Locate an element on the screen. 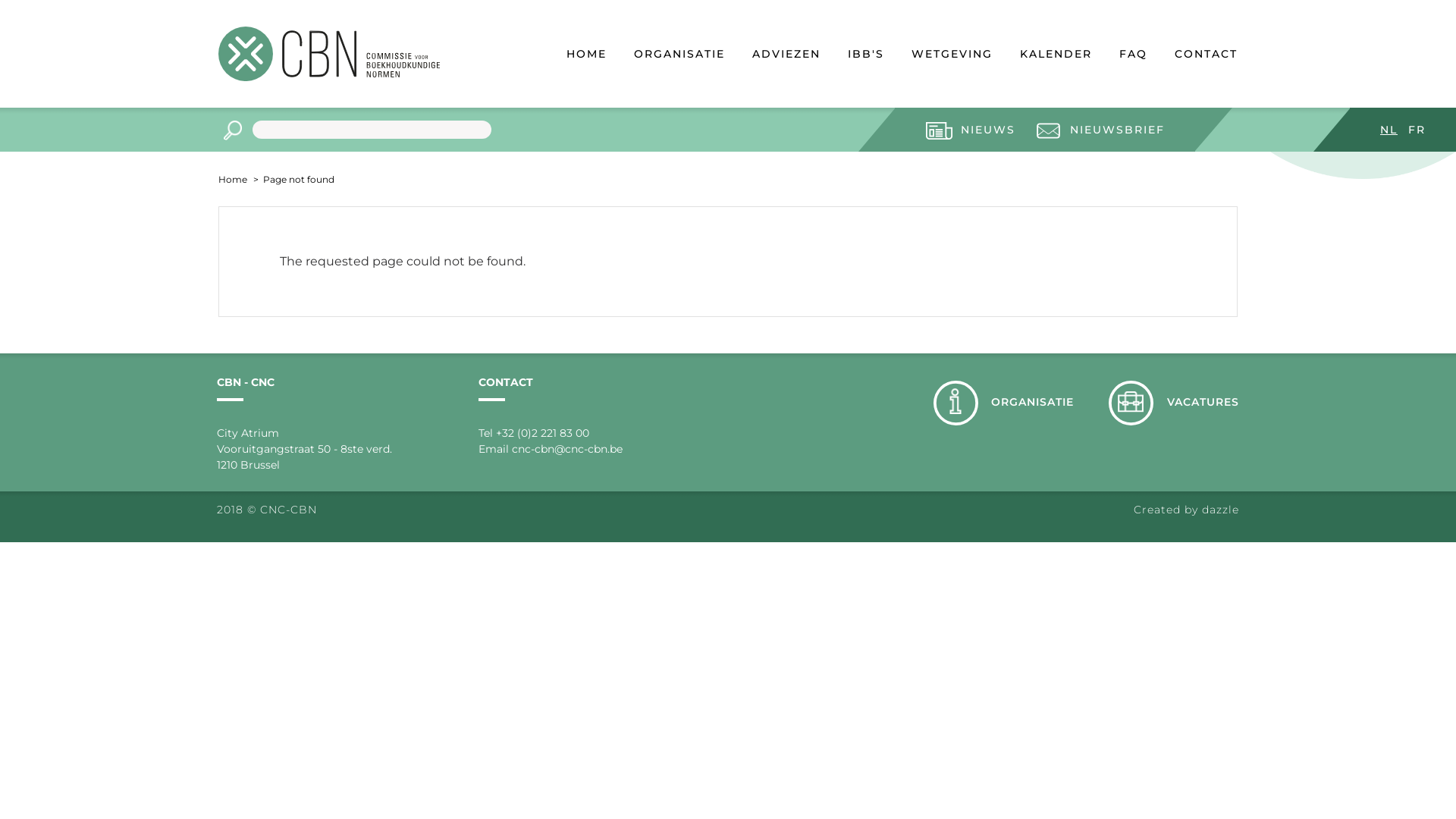  'FR' is located at coordinates (1416, 128).